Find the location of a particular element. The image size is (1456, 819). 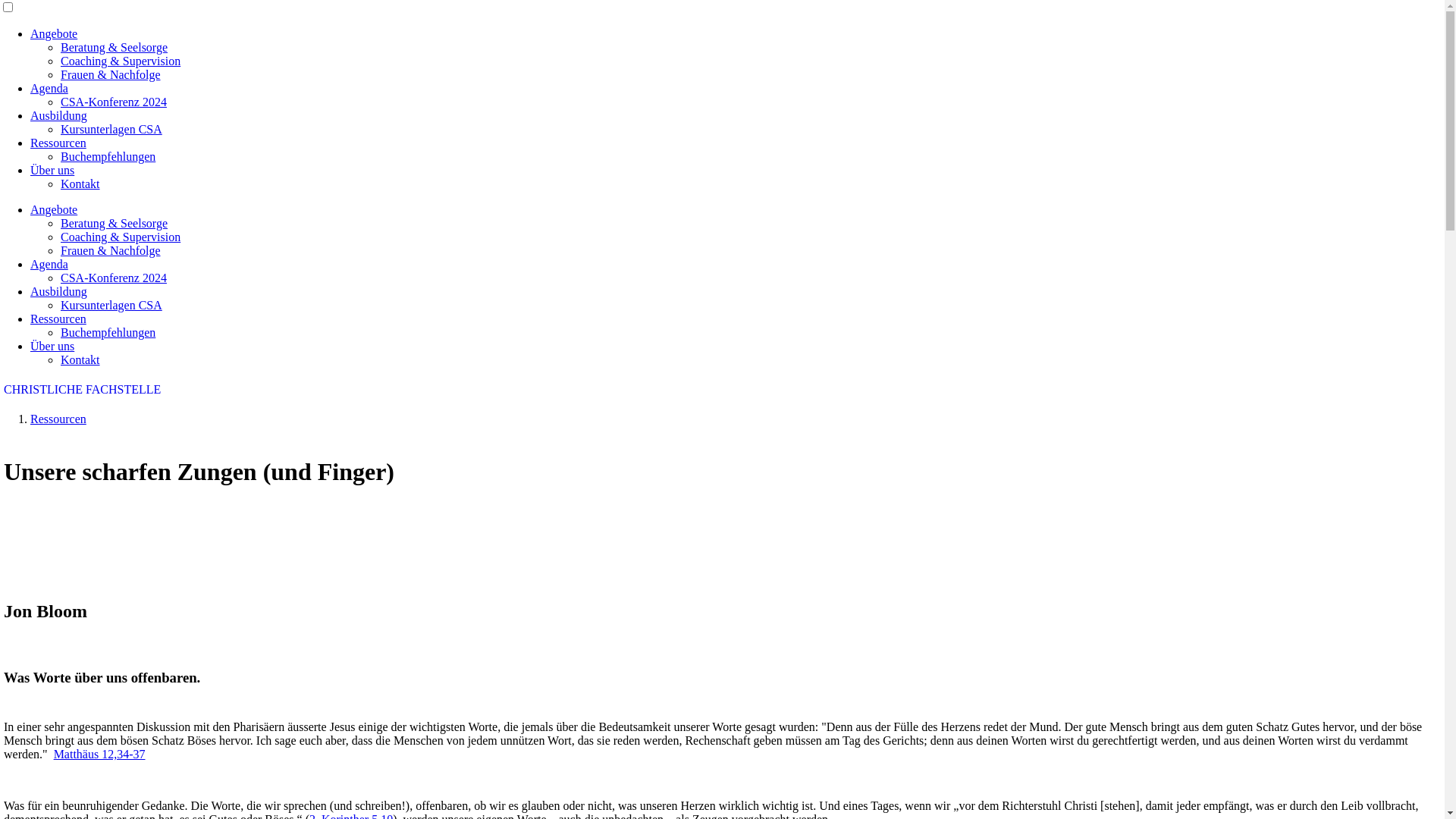

'CSA-Konferenz 2024' is located at coordinates (112, 278).